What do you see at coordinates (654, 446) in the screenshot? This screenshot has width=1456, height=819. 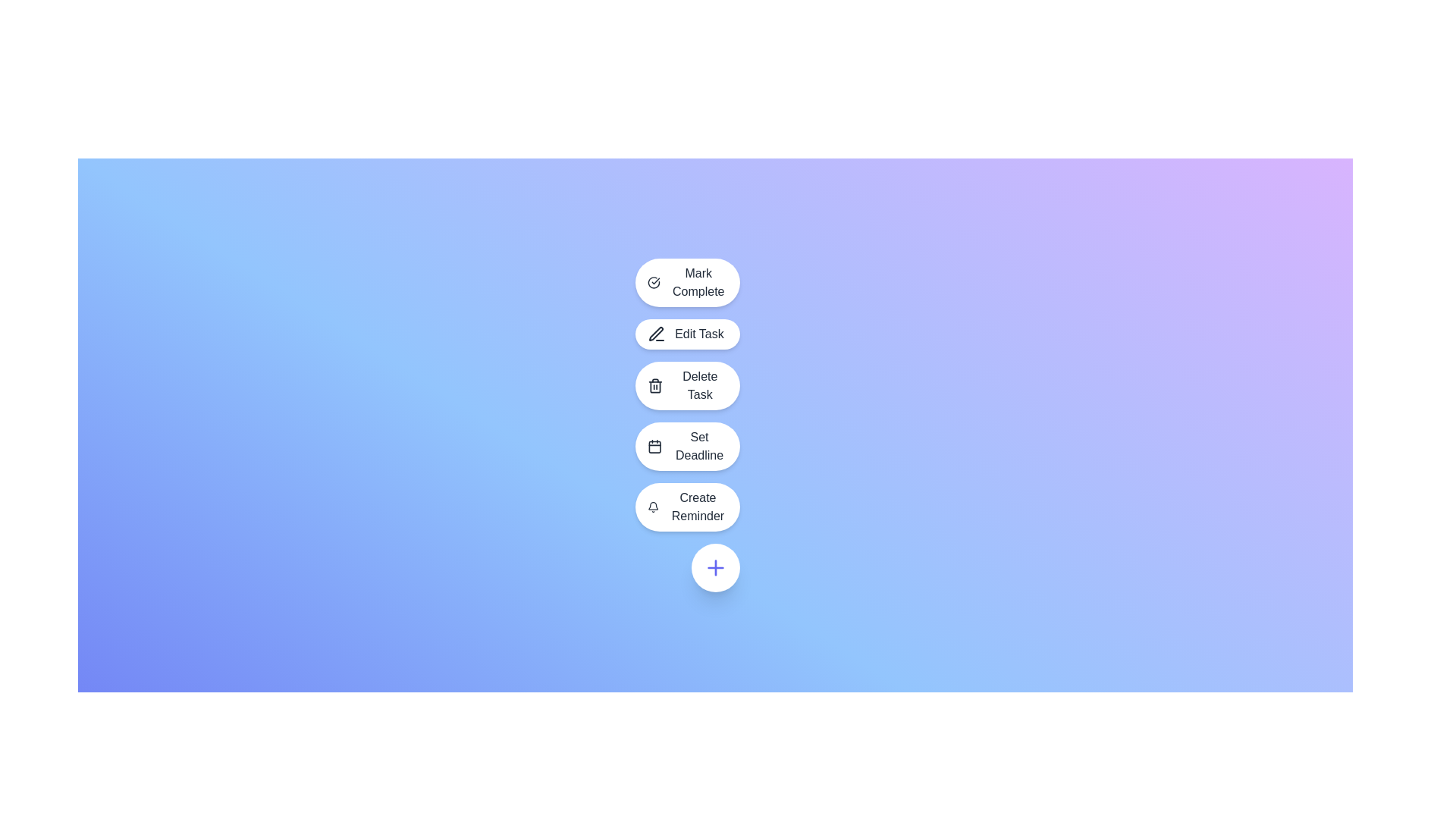 I see `the 'Set Deadline' button containing the calendar icon` at bounding box center [654, 446].